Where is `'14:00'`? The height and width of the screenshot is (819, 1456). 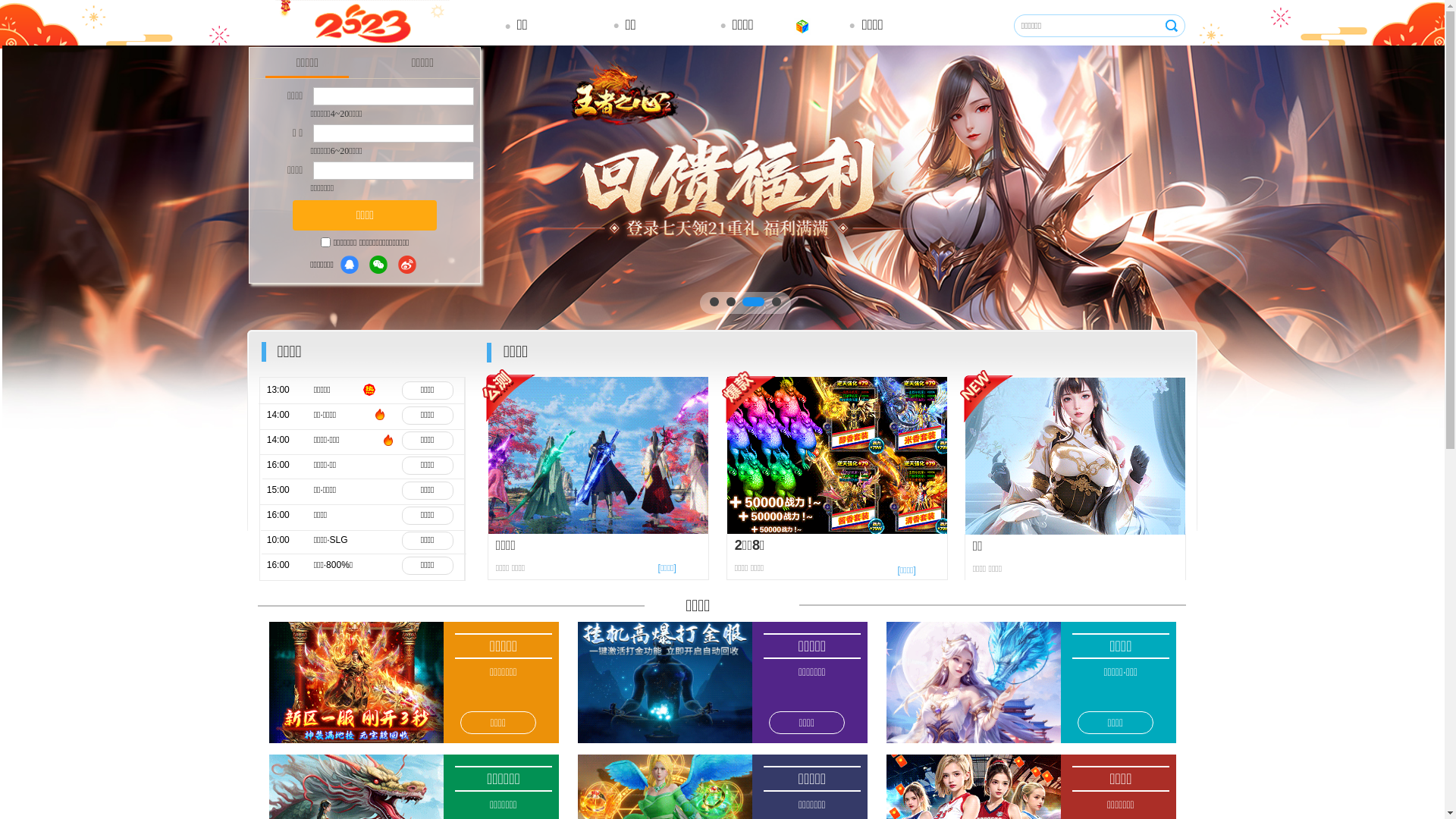
'14:00' is located at coordinates (288, 440).